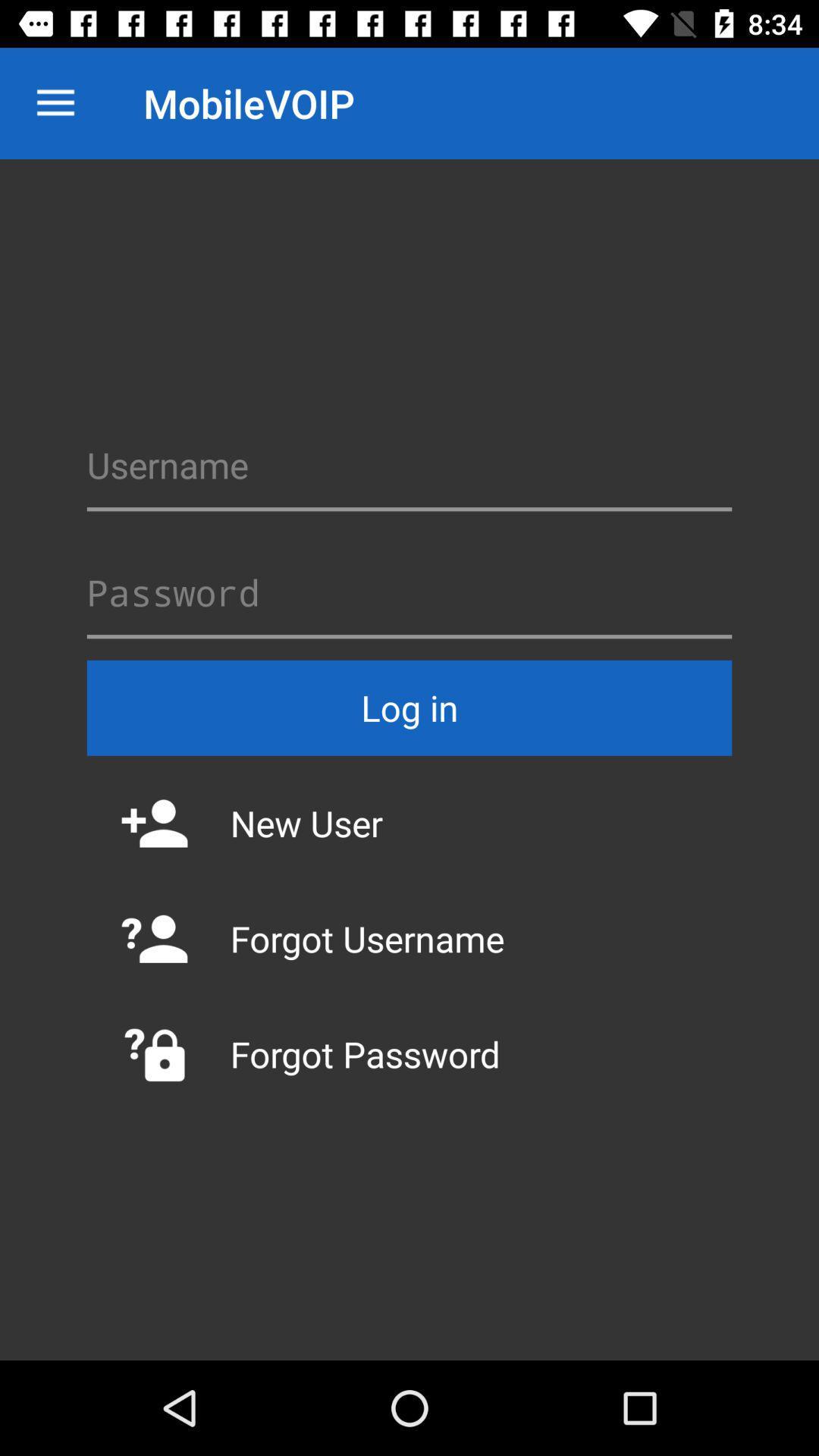 This screenshot has height=1456, width=819. What do you see at coordinates (409, 822) in the screenshot?
I see `new user` at bounding box center [409, 822].